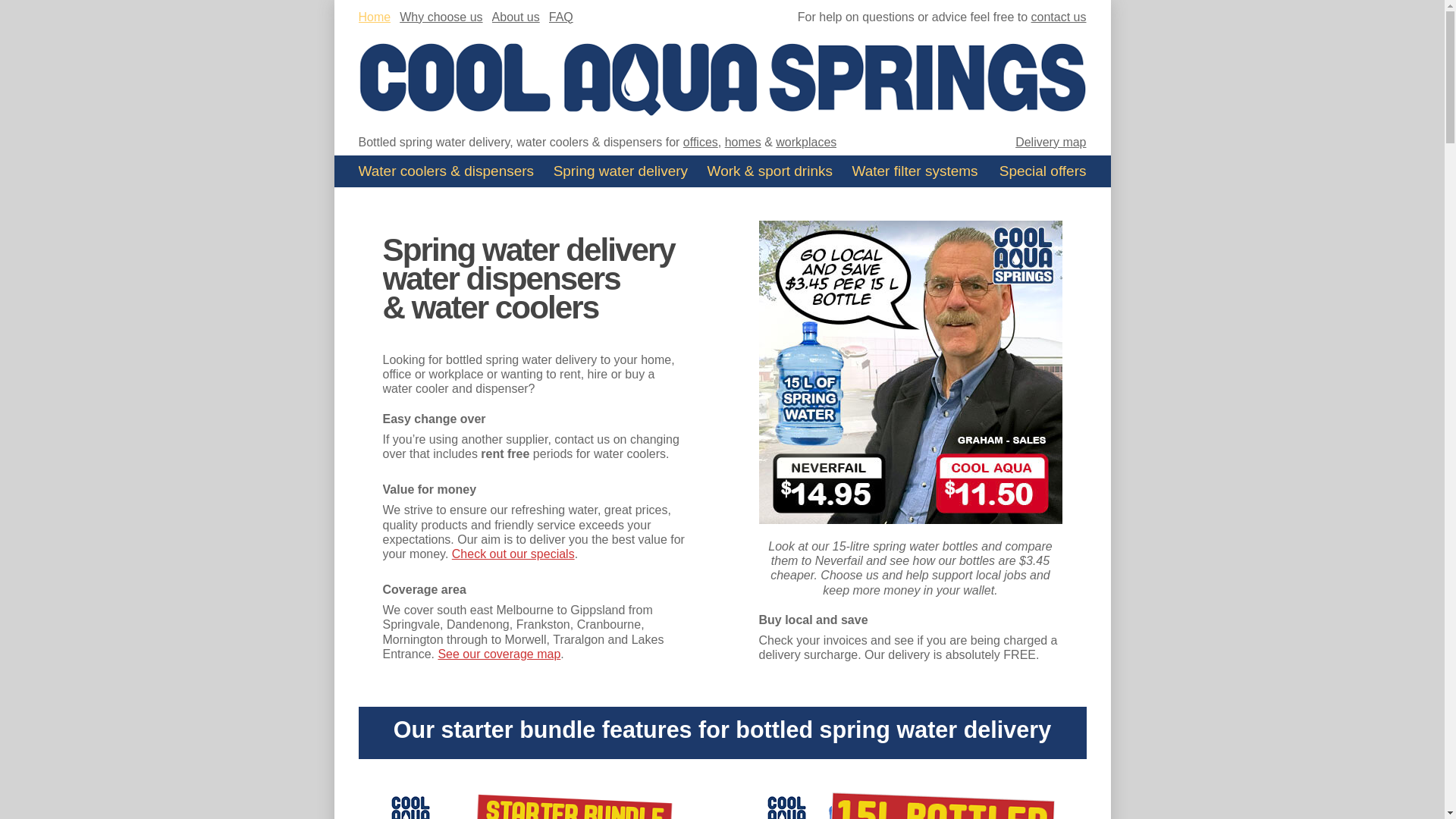 This screenshot has height=819, width=1456. Describe the element at coordinates (548, 17) in the screenshot. I see `'FAQ'` at that location.